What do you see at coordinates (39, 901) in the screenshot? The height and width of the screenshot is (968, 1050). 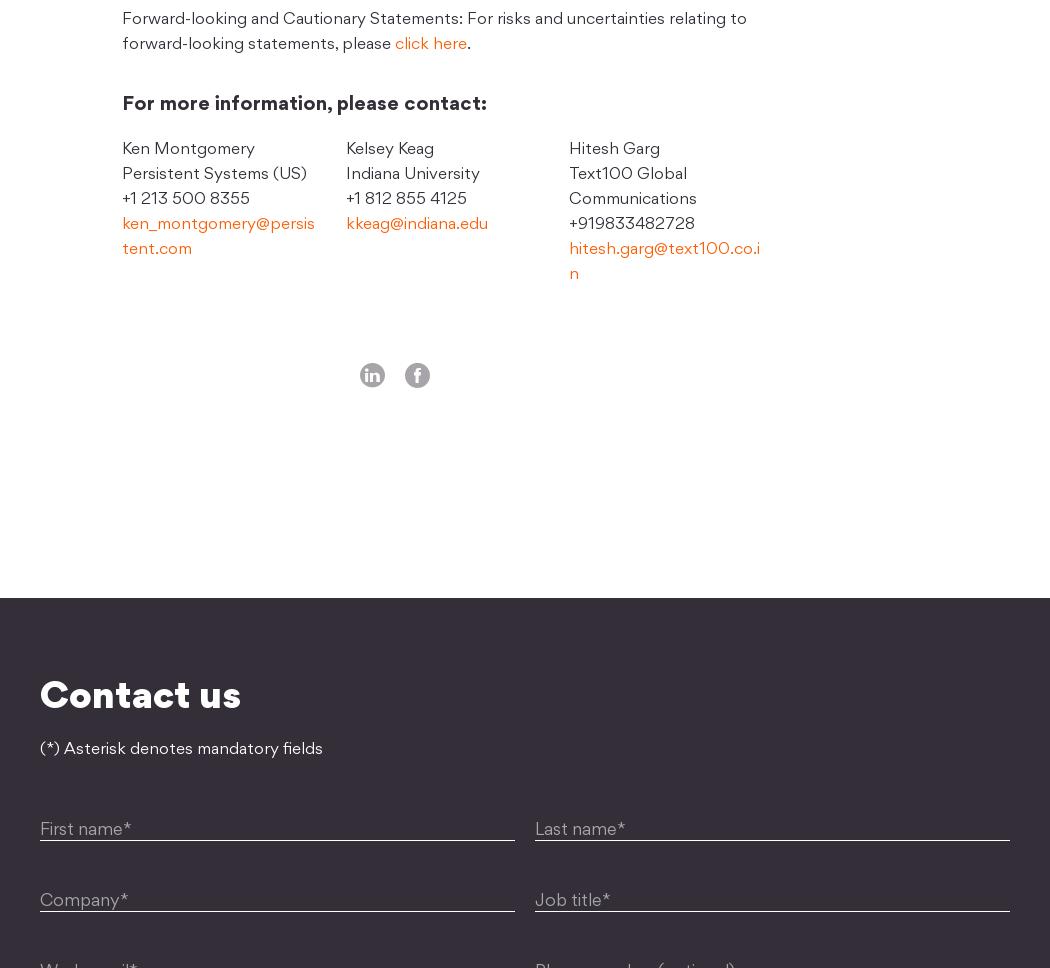 I see `'Company*'` at bounding box center [39, 901].